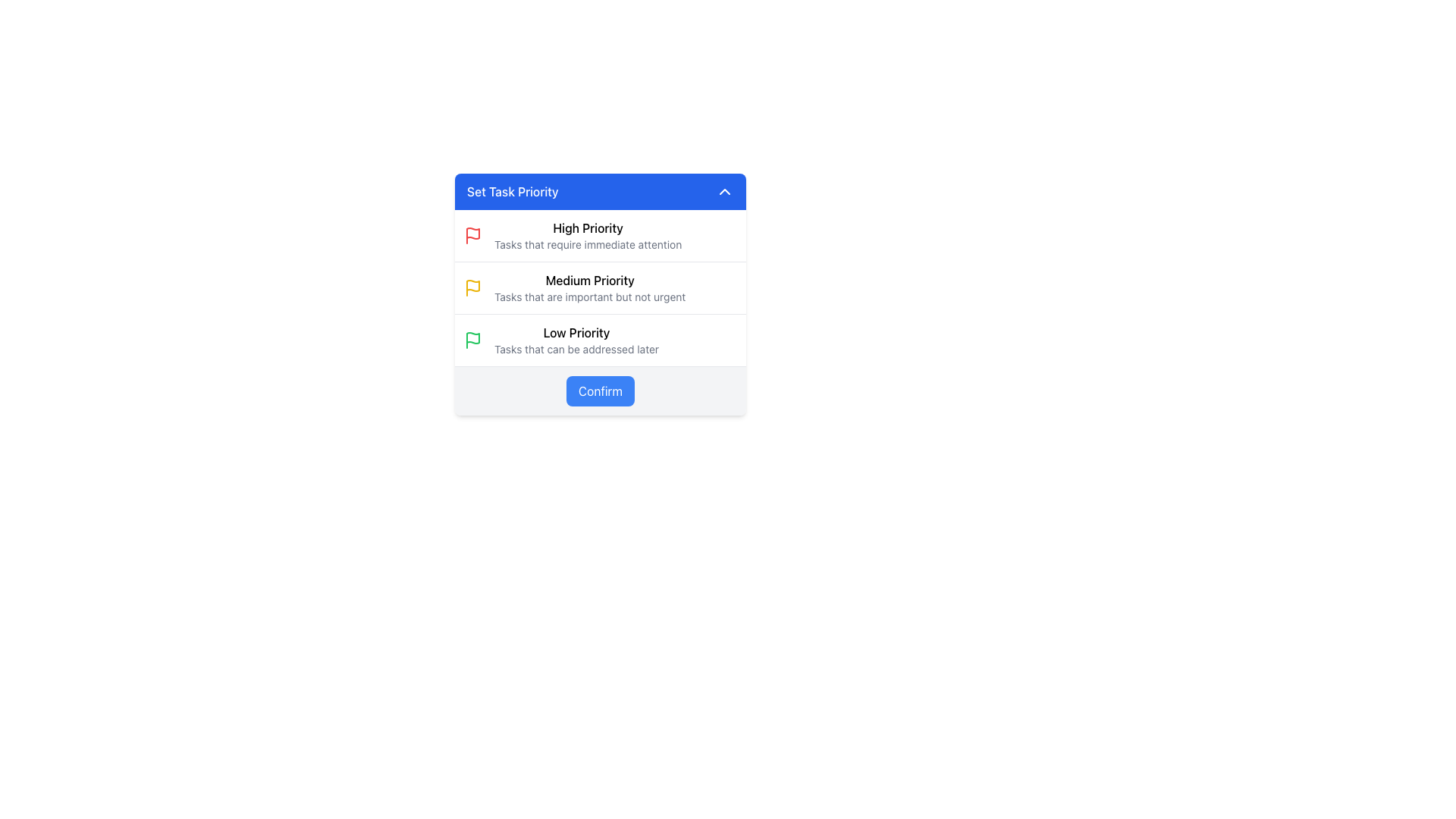 The width and height of the screenshot is (1456, 819). What do you see at coordinates (723, 191) in the screenshot?
I see `the icon toggler located at the top-right corner of the 'Set Task Priority' panel` at bounding box center [723, 191].